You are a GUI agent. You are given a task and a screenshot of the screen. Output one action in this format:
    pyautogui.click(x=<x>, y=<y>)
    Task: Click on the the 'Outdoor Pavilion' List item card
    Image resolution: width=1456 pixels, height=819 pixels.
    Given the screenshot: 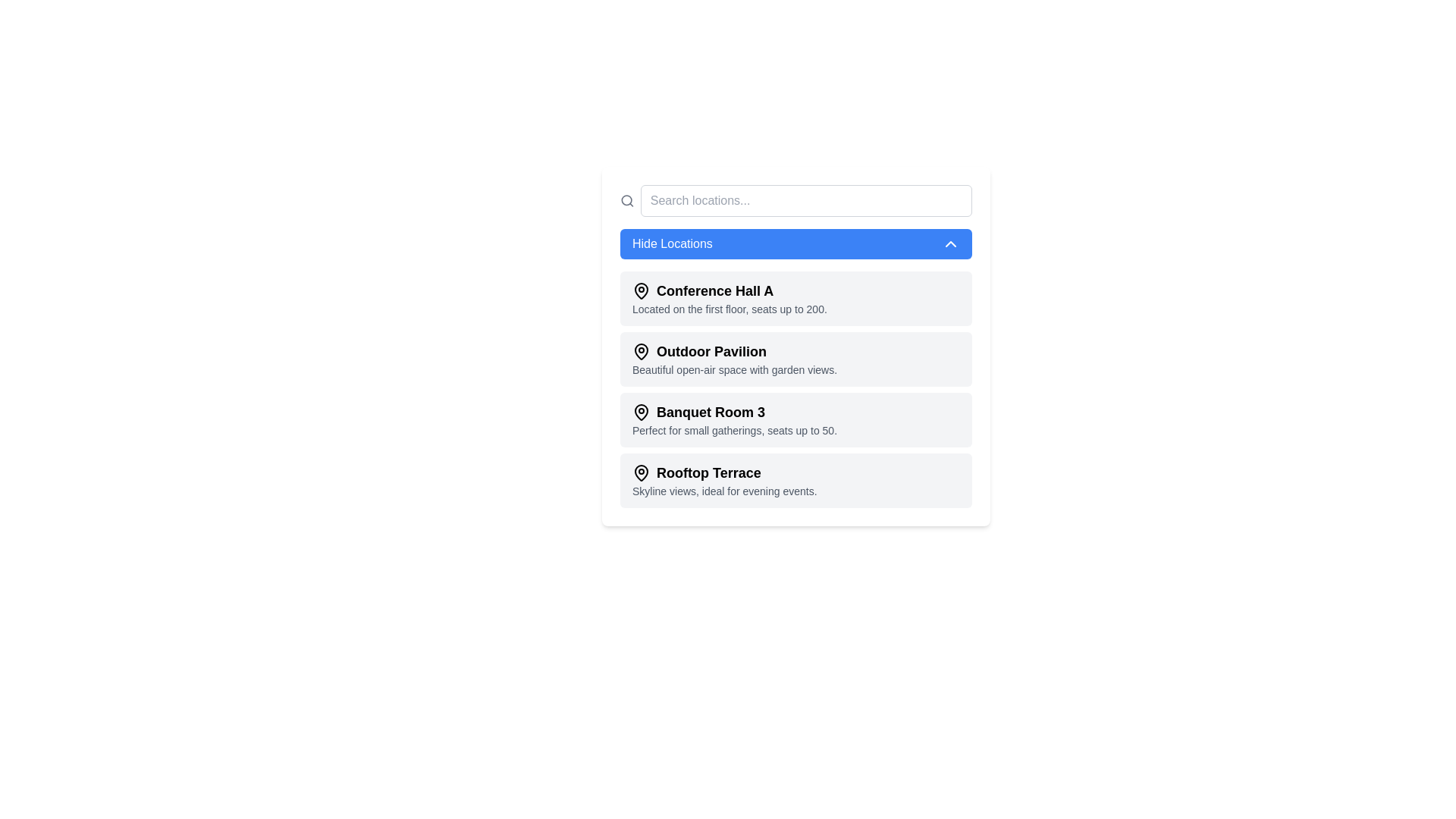 What is the action you would take?
    pyautogui.click(x=795, y=359)
    